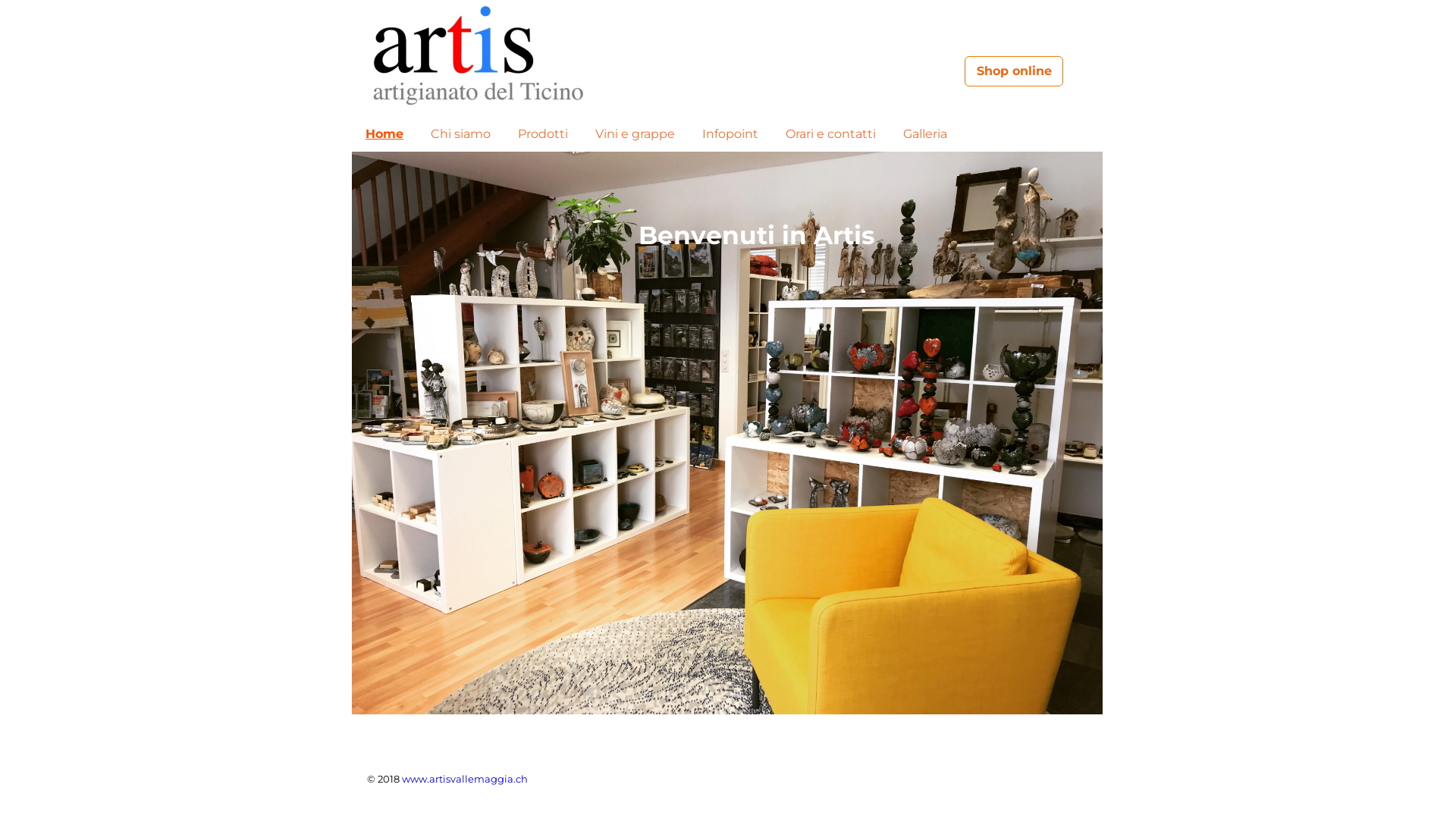 The height and width of the screenshot is (819, 1456). Describe the element at coordinates (694, 133) in the screenshot. I see `'Infopoint'` at that location.